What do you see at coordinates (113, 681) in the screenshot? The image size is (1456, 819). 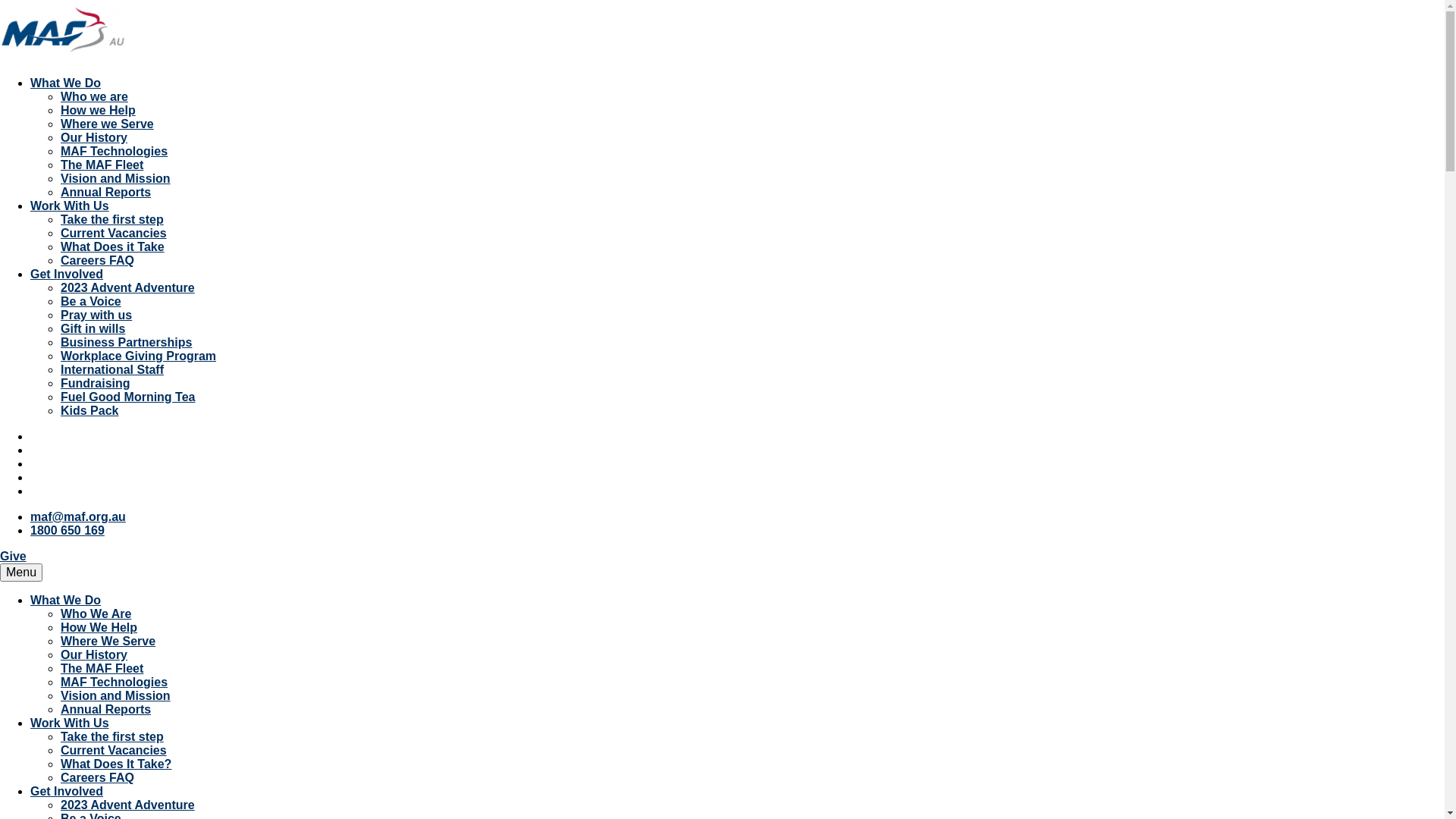 I see `'MAF Technologies'` at bounding box center [113, 681].